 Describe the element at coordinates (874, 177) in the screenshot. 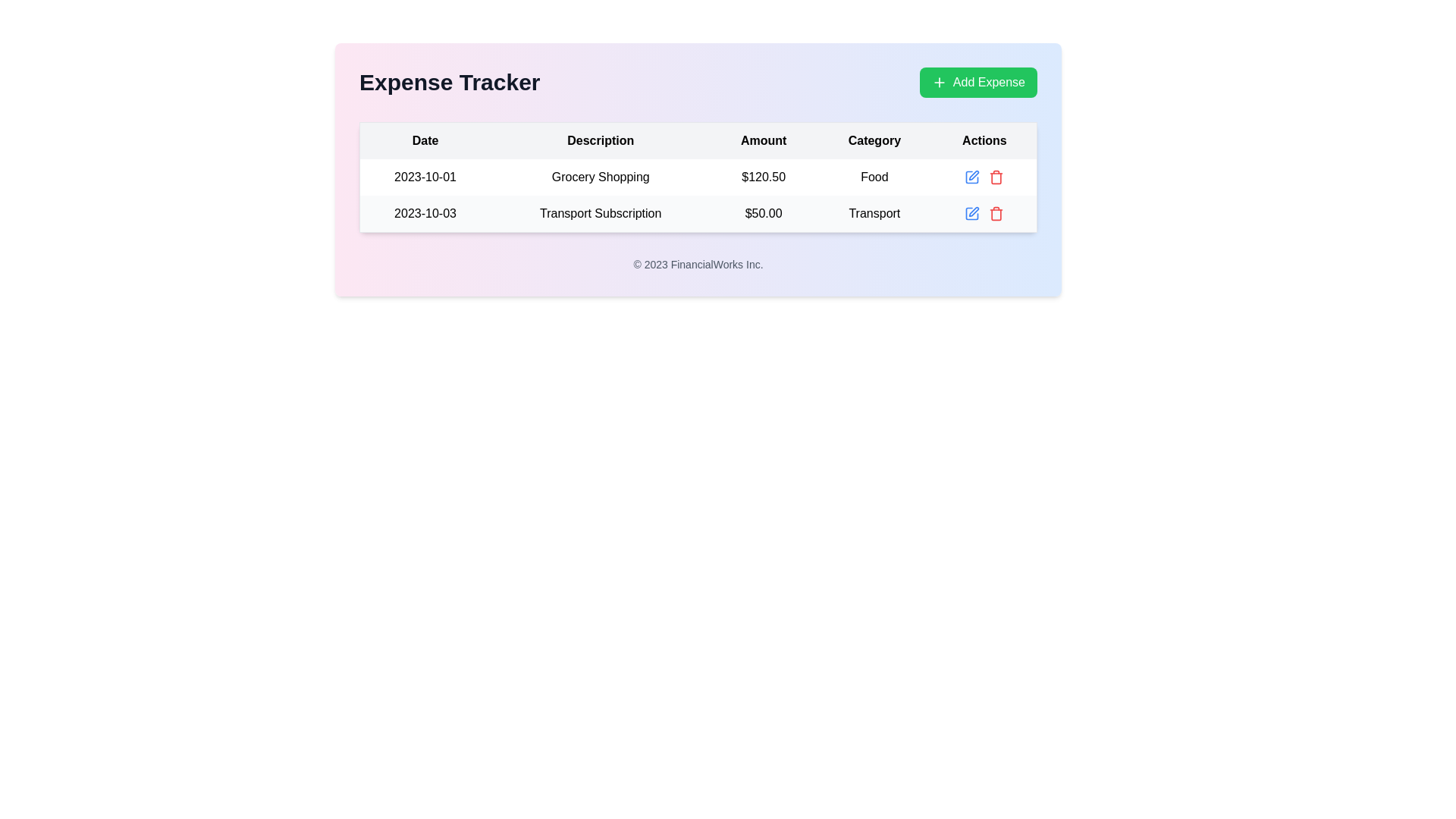

I see `the text label in the fourth column of the first row in the table that indicates the category associated with the expense entry` at that location.